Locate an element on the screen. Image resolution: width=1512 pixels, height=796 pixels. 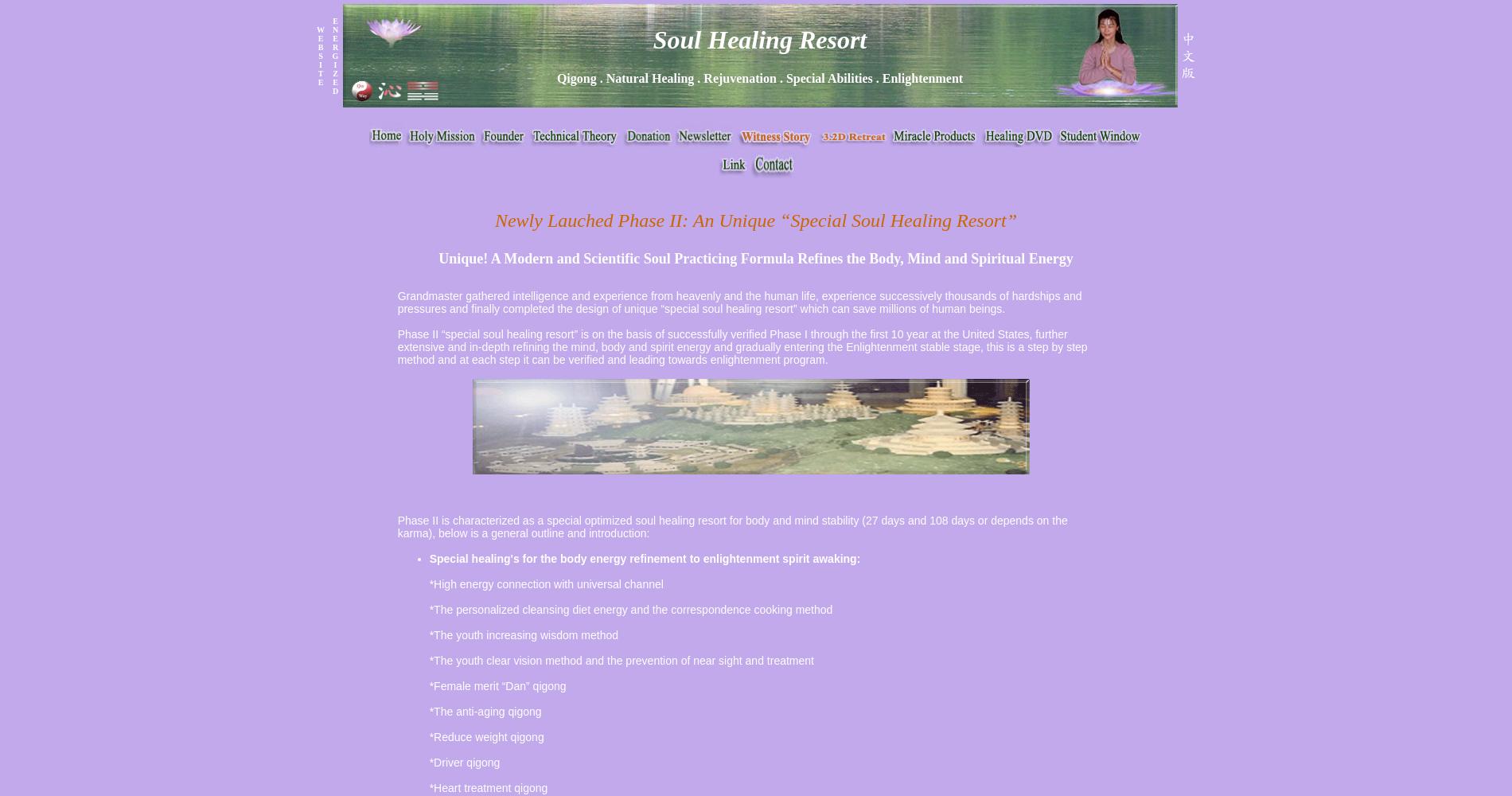
'*The personalized cleansing diet energy and the correspondence cooking method' is located at coordinates (629, 610).